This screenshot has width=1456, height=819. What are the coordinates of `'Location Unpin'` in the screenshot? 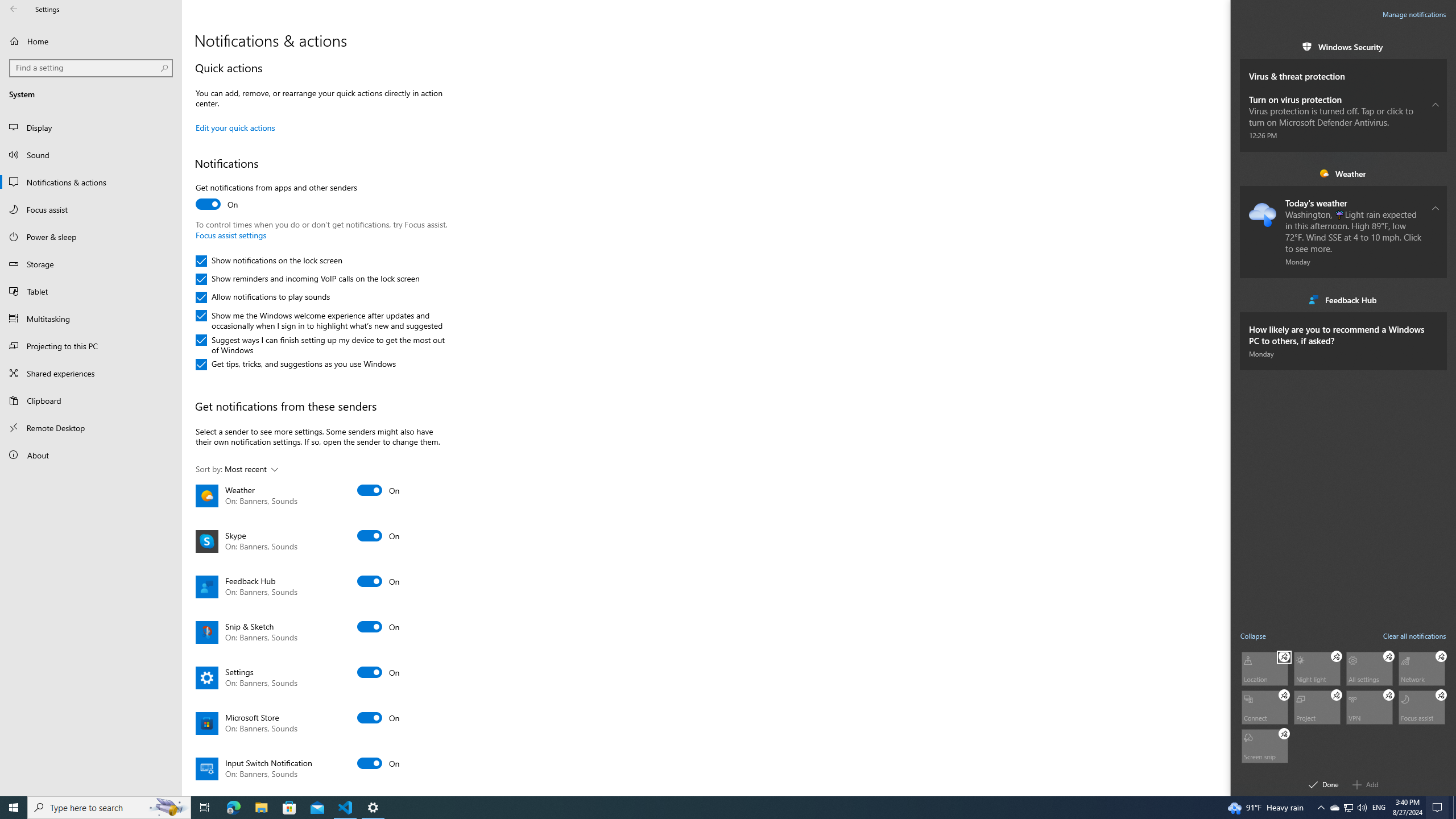 It's located at (1284, 655).